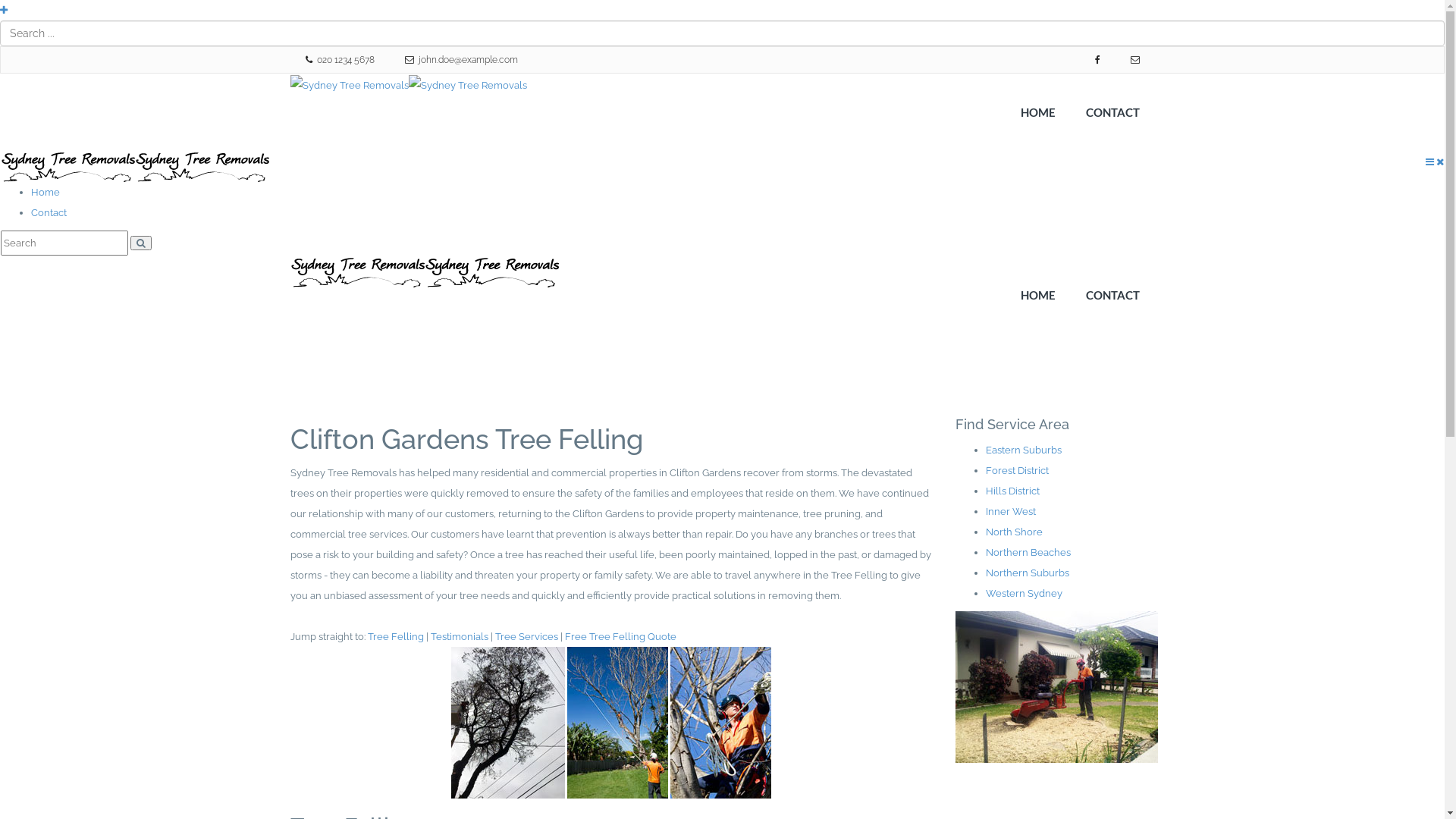  What do you see at coordinates (31, 212) in the screenshot?
I see `'Contact'` at bounding box center [31, 212].